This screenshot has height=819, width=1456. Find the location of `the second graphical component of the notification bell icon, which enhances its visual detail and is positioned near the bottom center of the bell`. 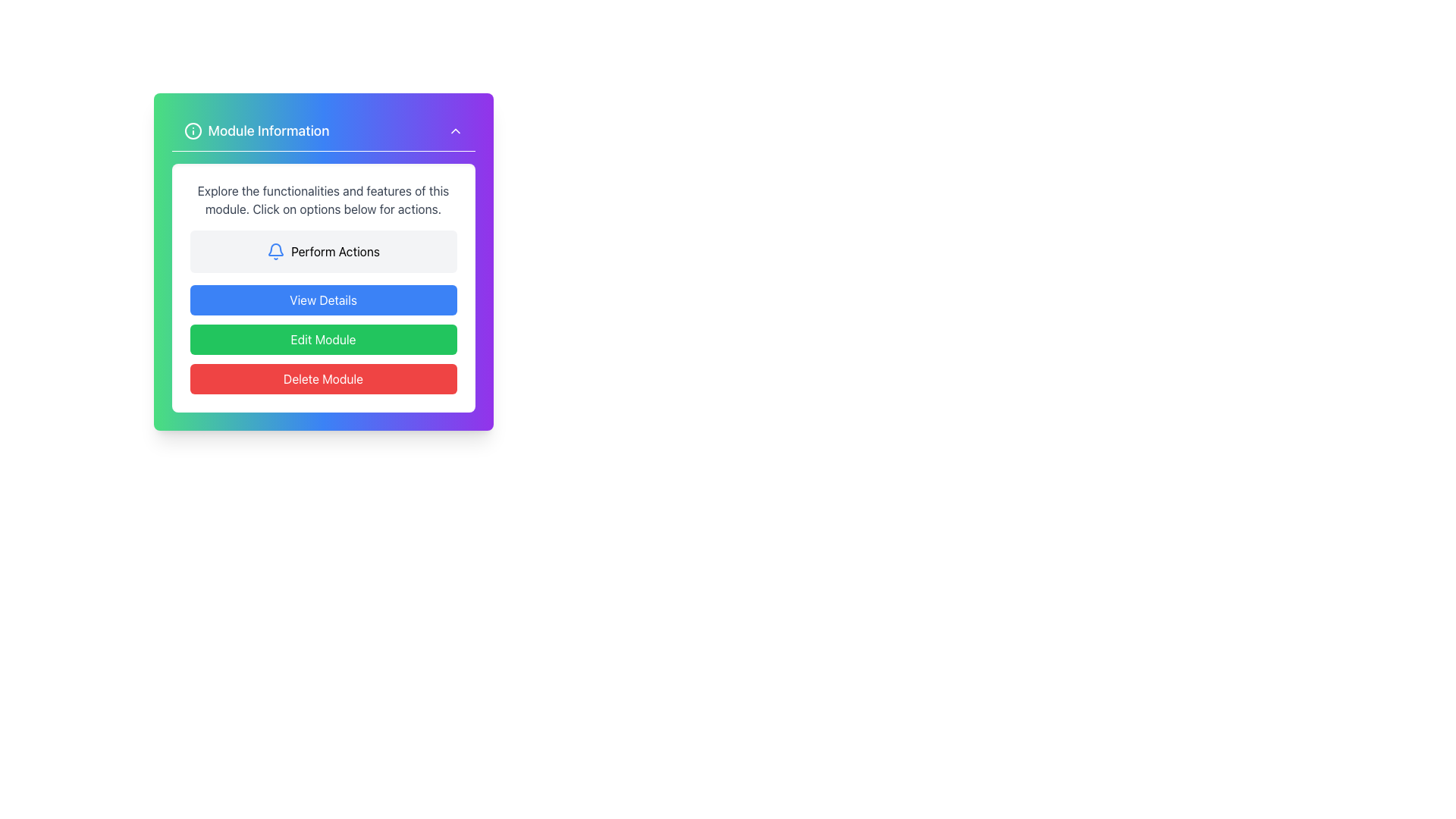

the second graphical component of the notification bell icon, which enhances its visual detail and is positioned near the bottom center of the bell is located at coordinates (276, 249).